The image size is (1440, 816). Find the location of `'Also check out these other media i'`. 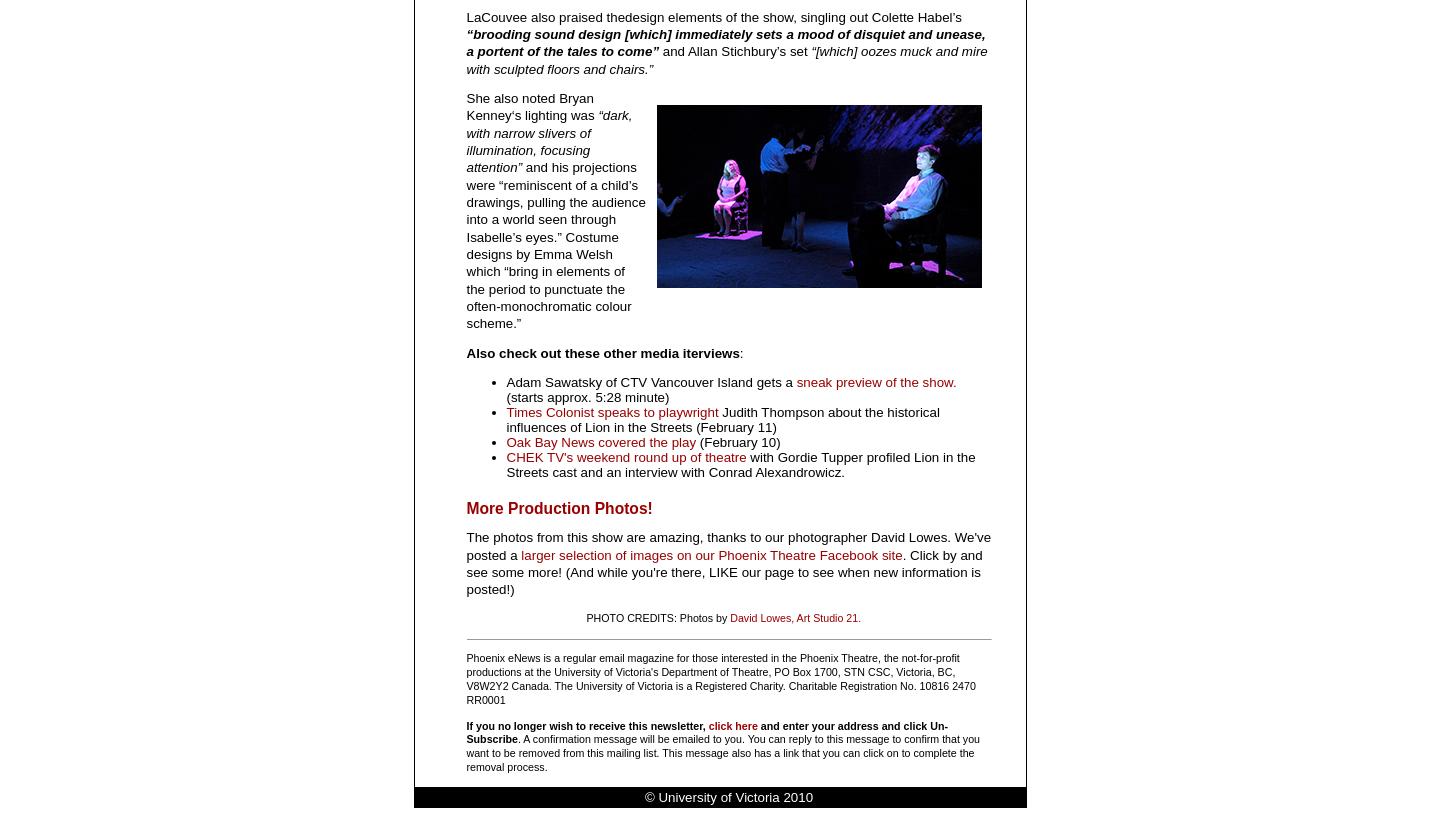

'Also check out these other media i' is located at coordinates (465, 352).